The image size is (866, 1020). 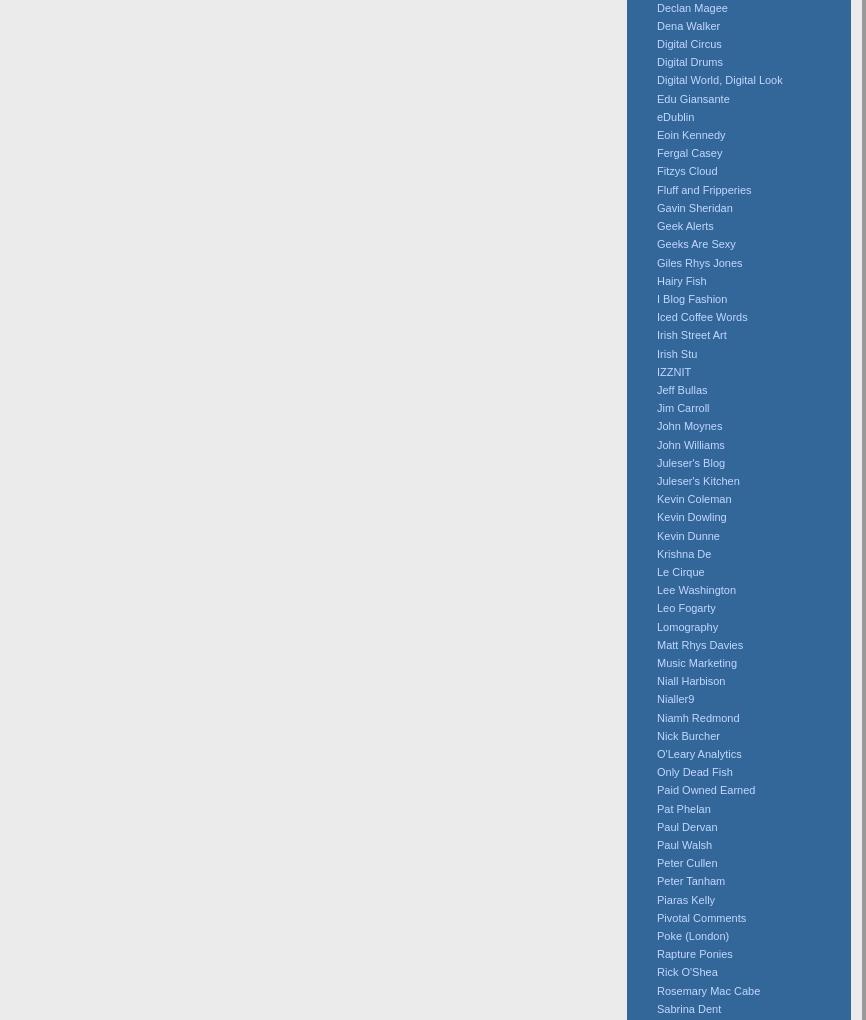 What do you see at coordinates (685, 862) in the screenshot?
I see `'Peter Cullen'` at bounding box center [685, 862].